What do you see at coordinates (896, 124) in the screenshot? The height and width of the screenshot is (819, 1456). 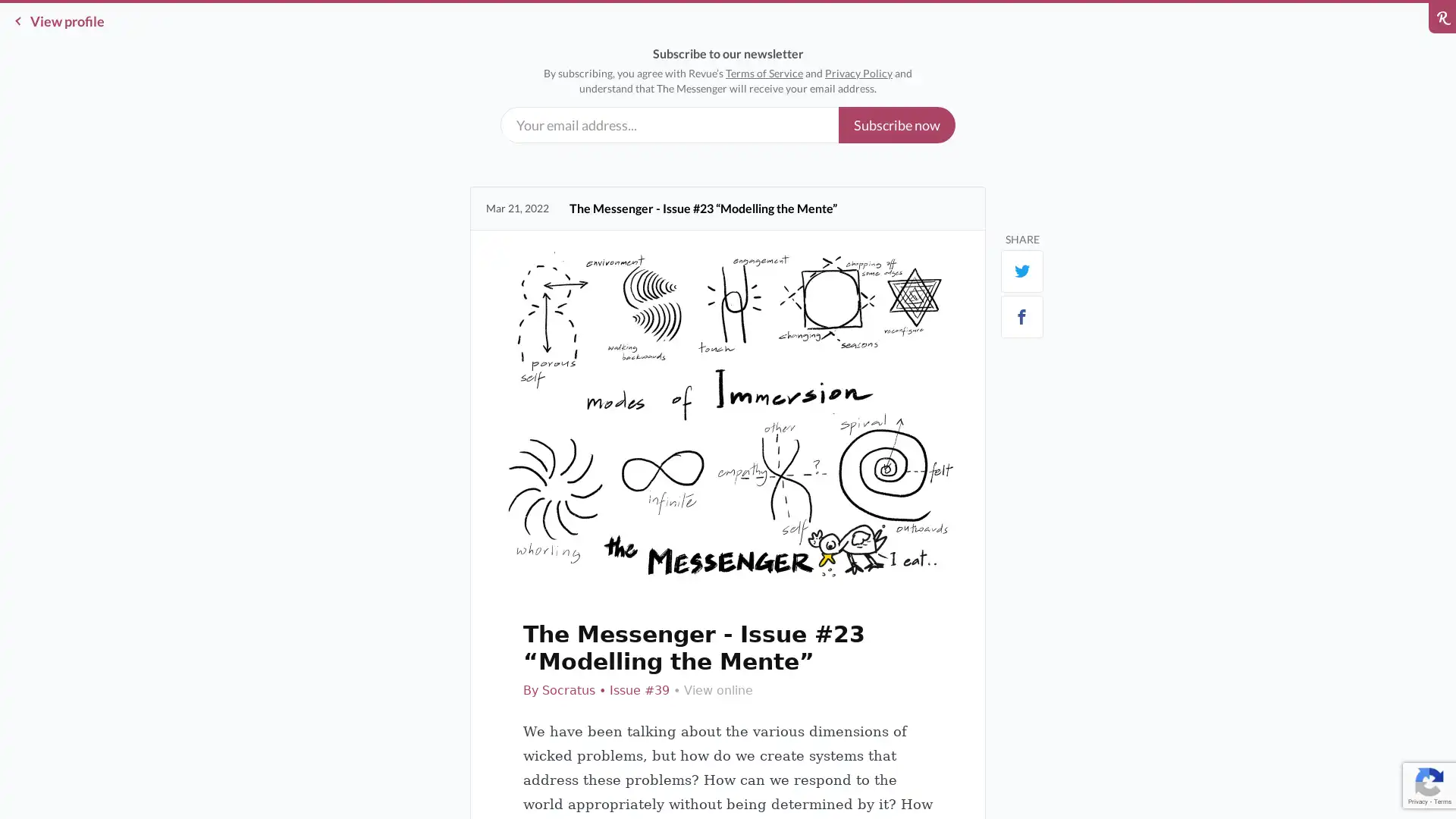 I see `Subscribe now` at bounding box center [896, 124].